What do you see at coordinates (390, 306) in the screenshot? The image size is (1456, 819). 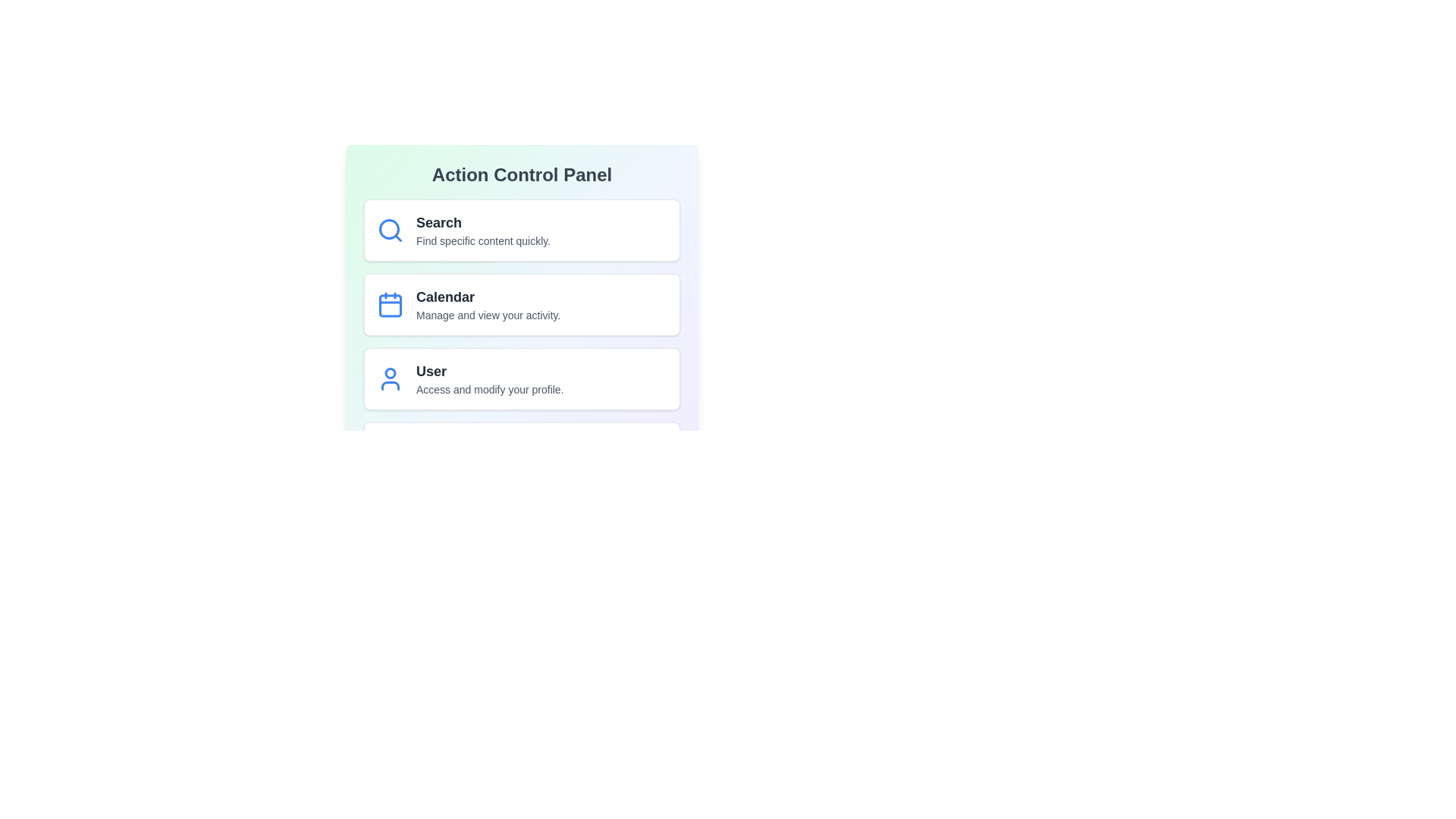 I see `the rectangular-shaped region within the calendar icon located in the Action Control Panel` at bounding box center [390, 306].